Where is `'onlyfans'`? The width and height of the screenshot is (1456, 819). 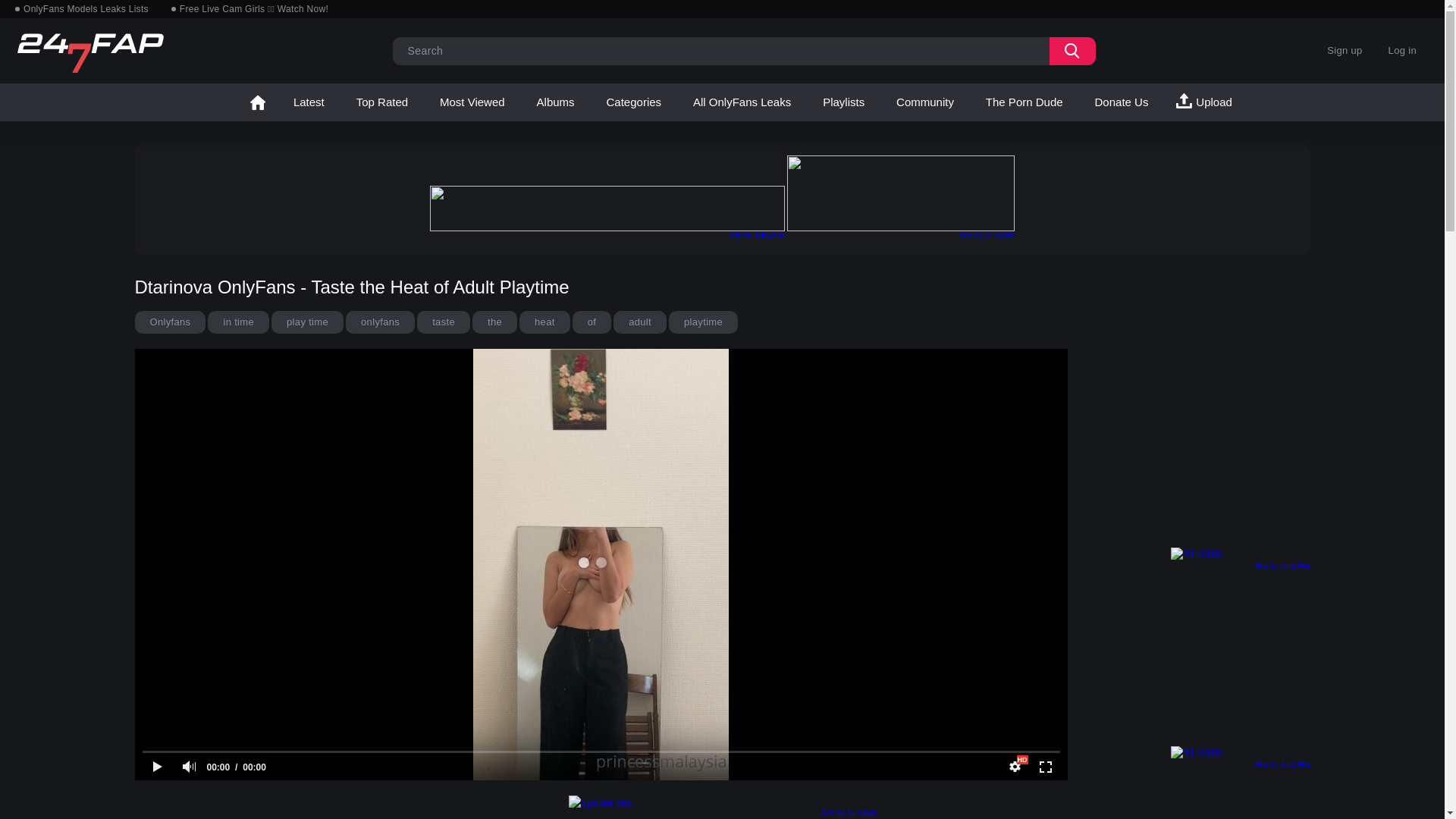
'onlyfans' is located at coordinates (380, 321).